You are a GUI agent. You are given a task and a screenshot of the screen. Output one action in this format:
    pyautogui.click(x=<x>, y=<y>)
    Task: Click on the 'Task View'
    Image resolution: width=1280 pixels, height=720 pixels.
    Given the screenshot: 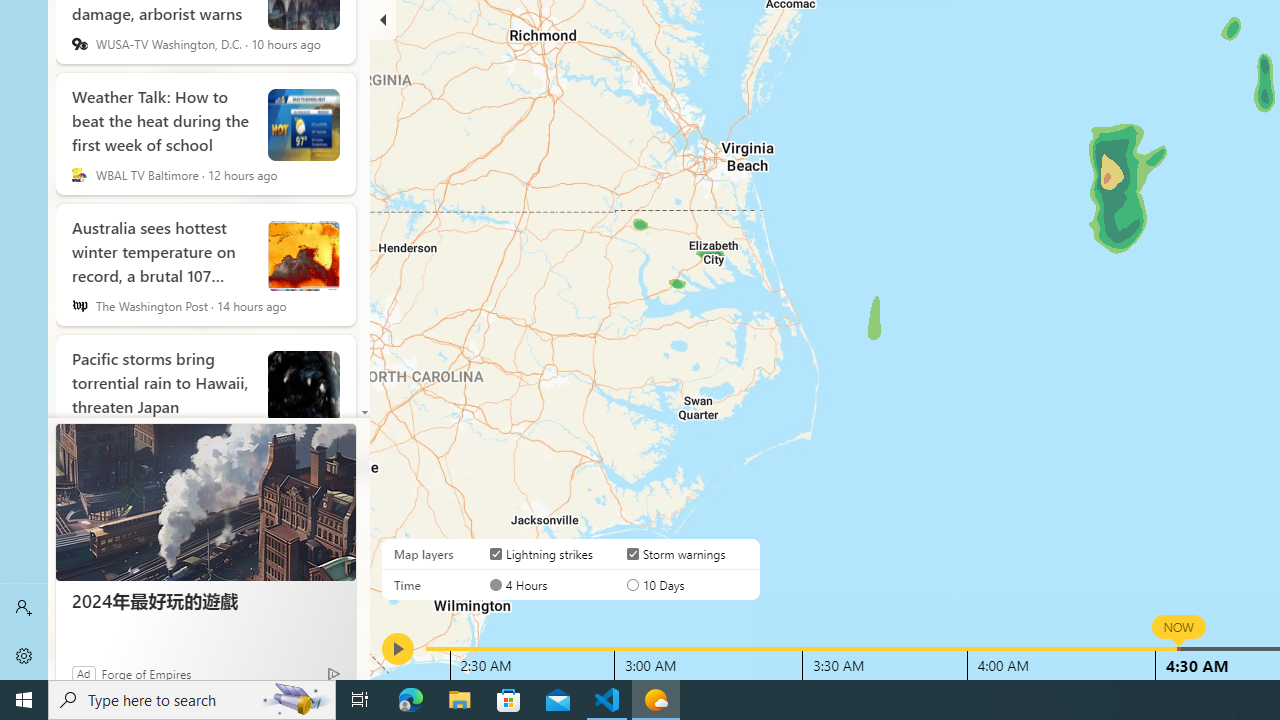 What is the action you would take?
    pyautogui.click(x=359, y=698)
    